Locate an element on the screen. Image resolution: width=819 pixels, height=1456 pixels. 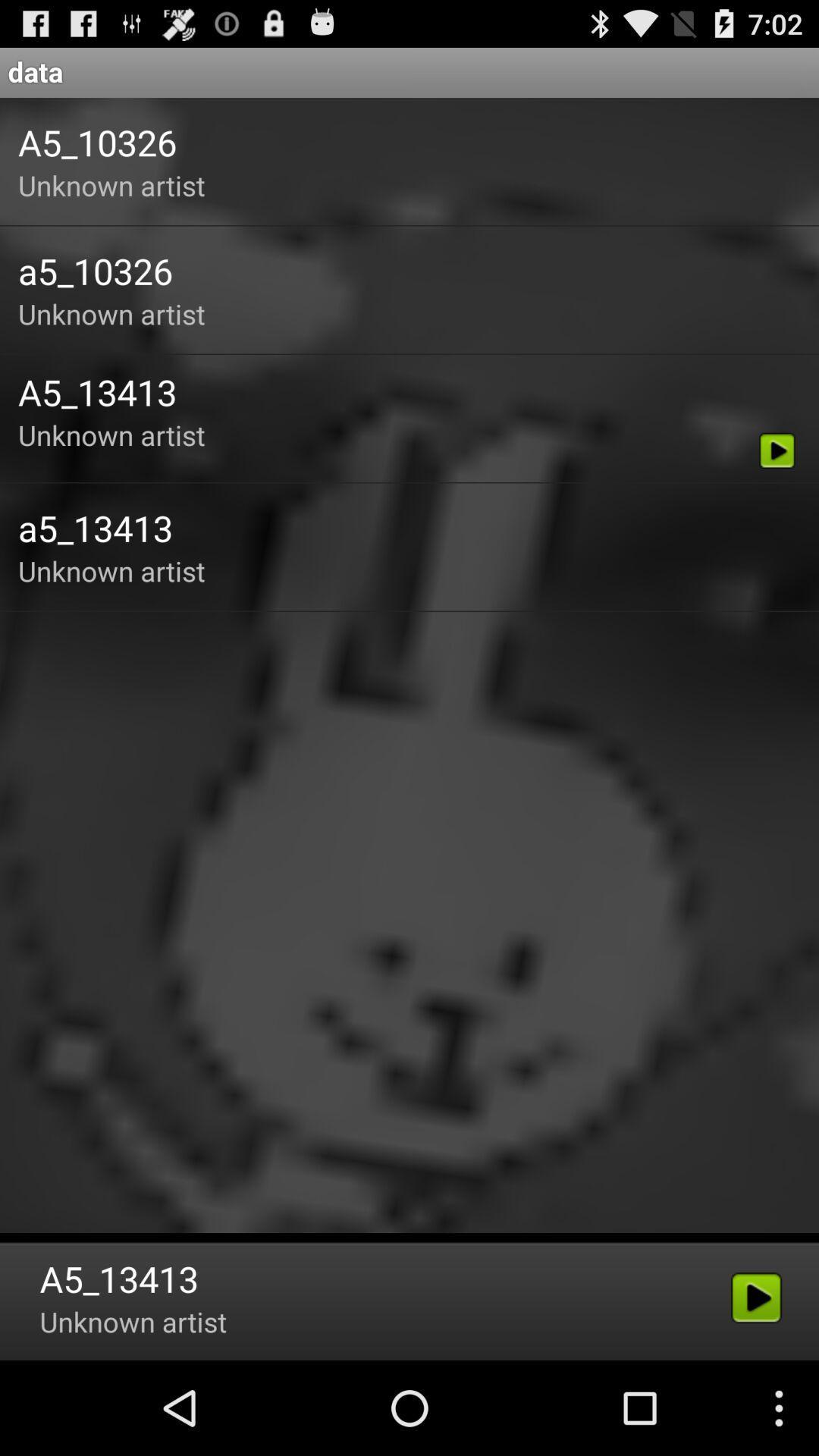
the smaller green play icon is located at coordinates (777, 450).